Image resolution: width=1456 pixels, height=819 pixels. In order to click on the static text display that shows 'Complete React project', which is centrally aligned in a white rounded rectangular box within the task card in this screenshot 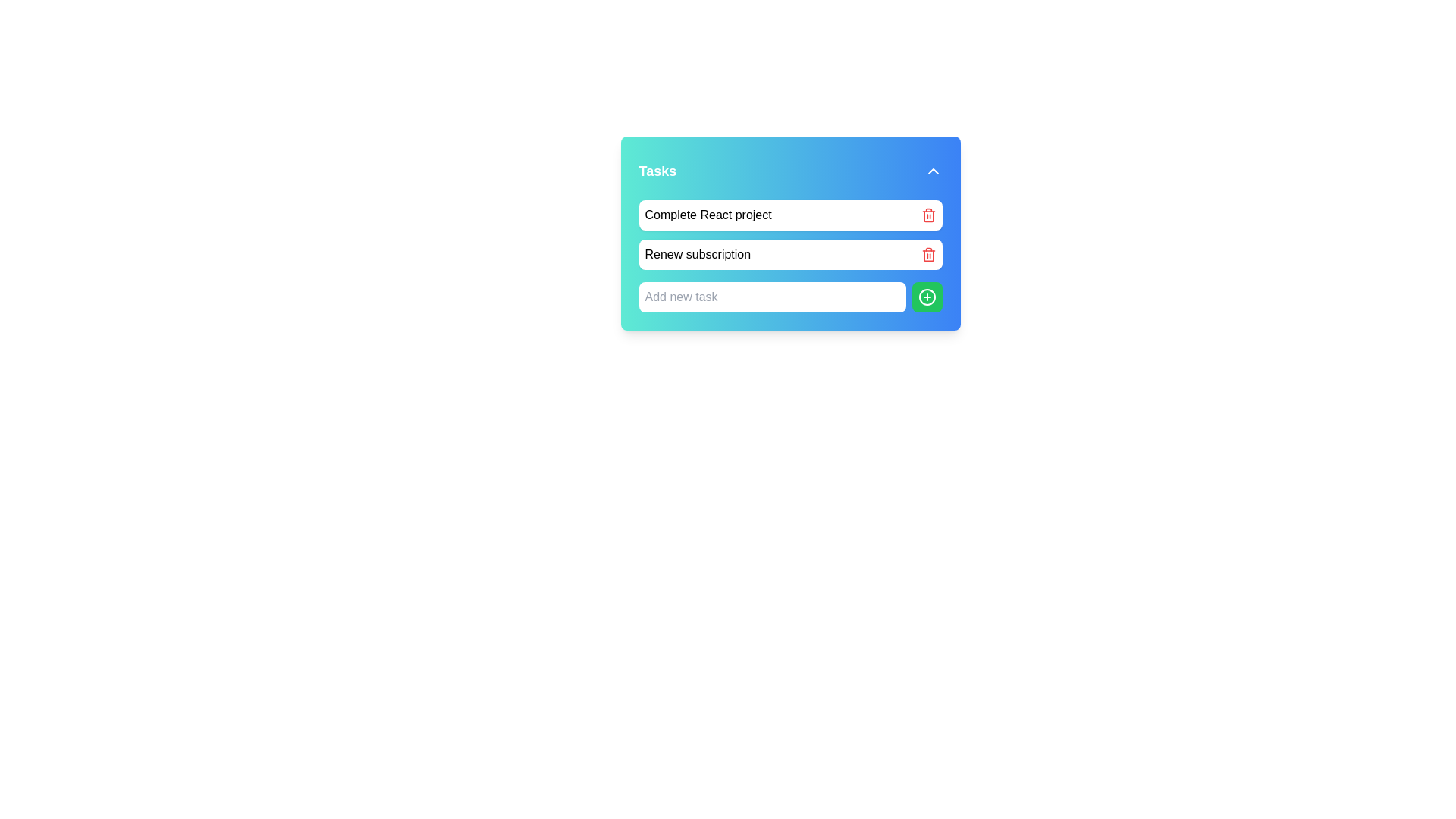, I will do `click(708, 215)`.